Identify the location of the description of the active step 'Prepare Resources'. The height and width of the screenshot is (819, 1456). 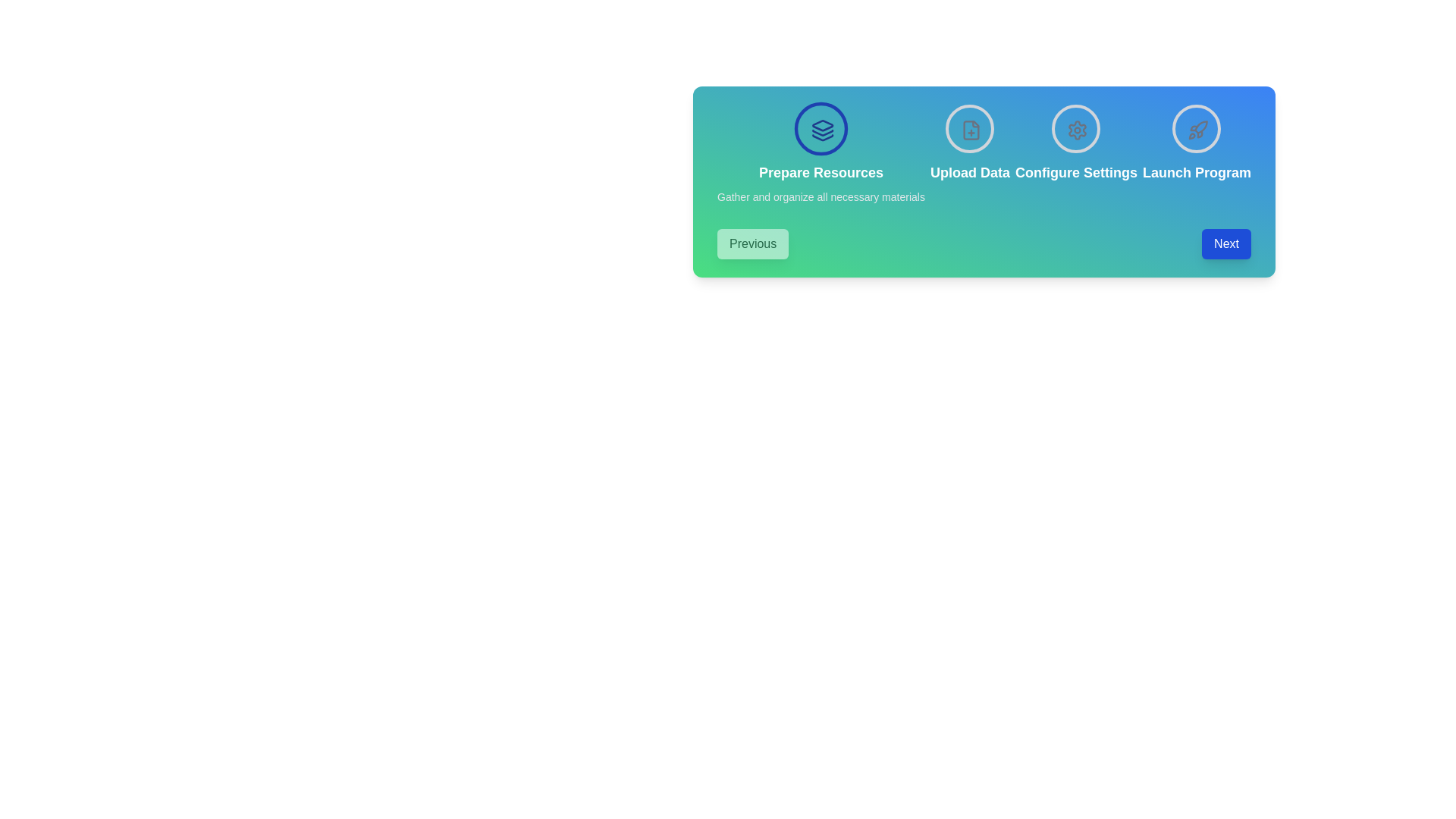
(820, 196).